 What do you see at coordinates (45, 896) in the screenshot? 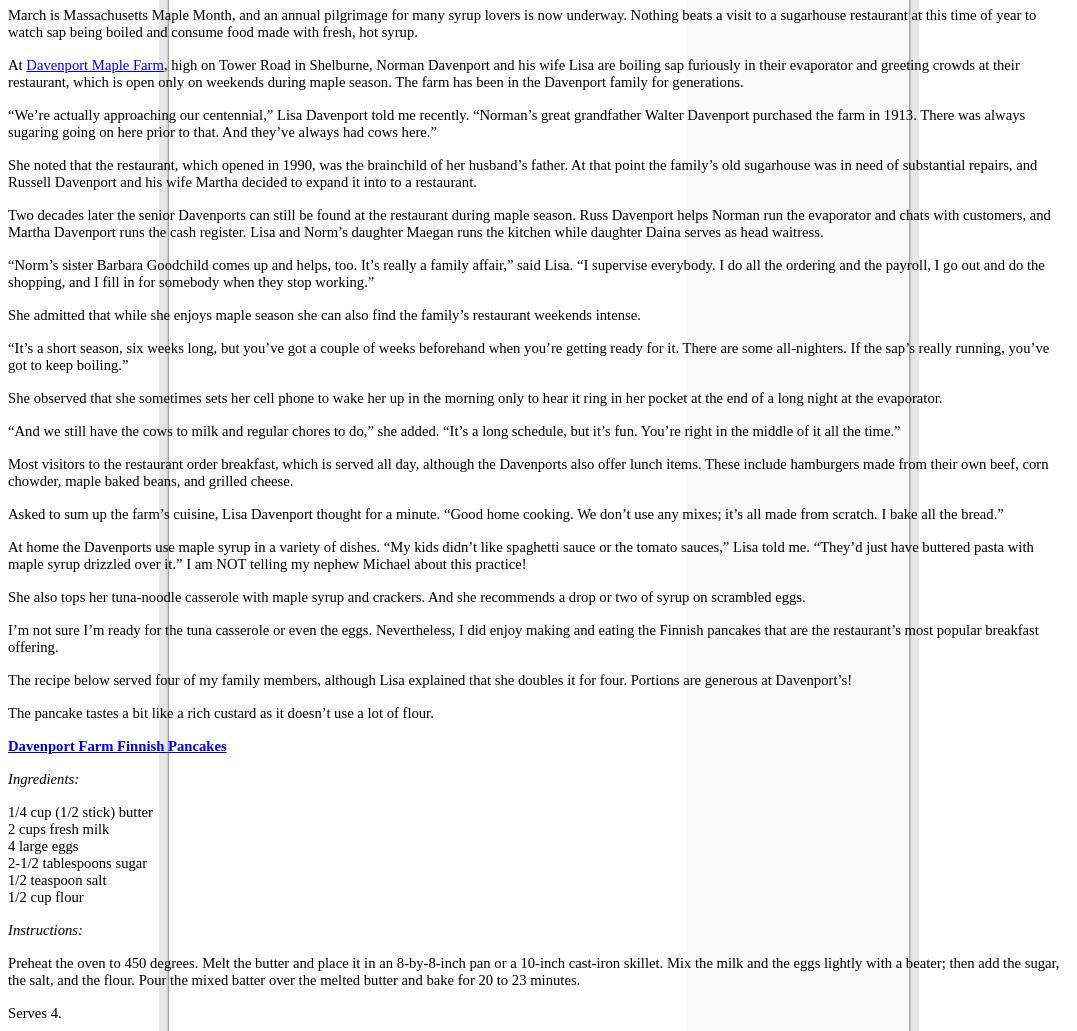
I see `'1/2 cup flour'` at bounding box center [45, 896].